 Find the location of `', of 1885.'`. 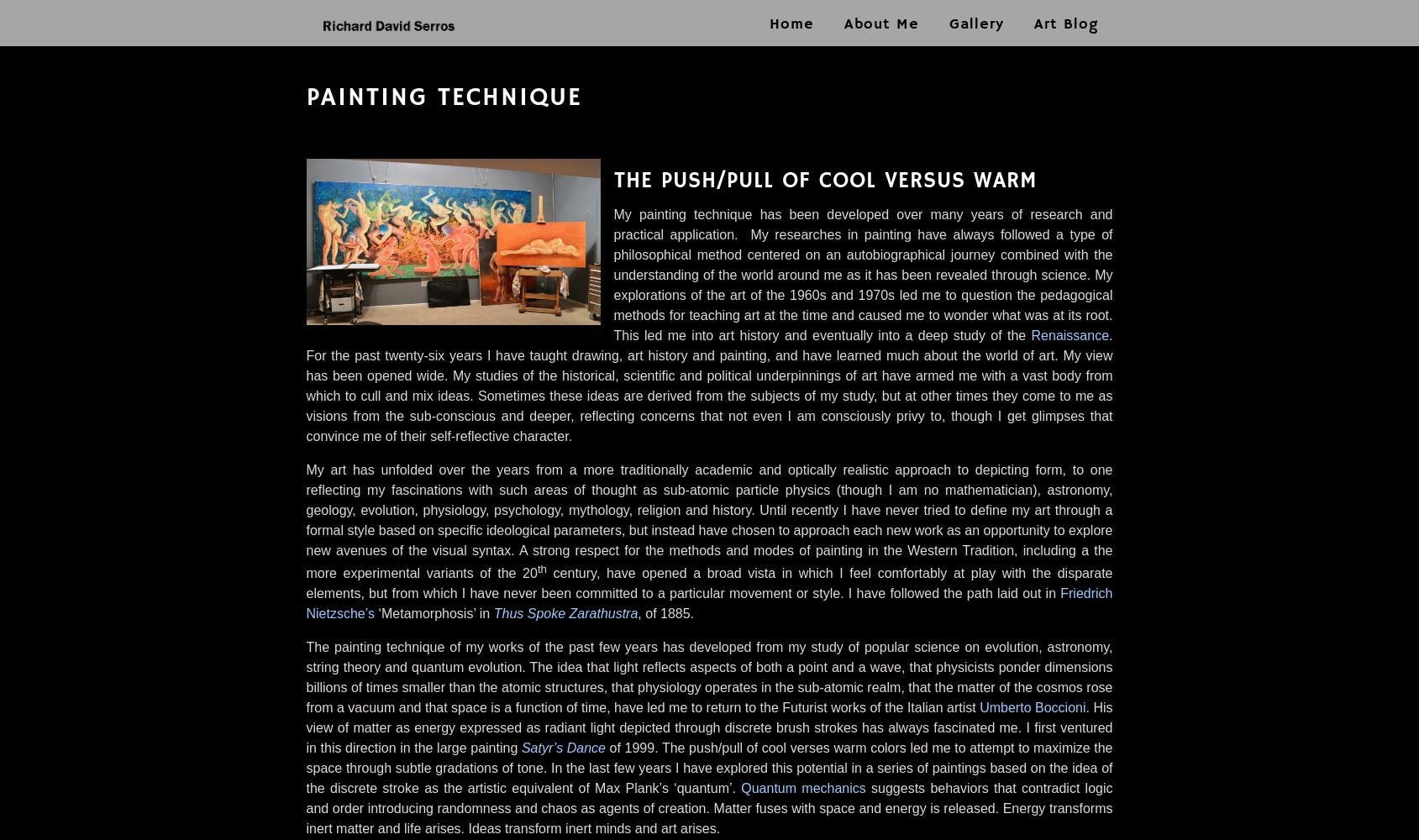

', of 1885.' is located at coordinates (665, 612).